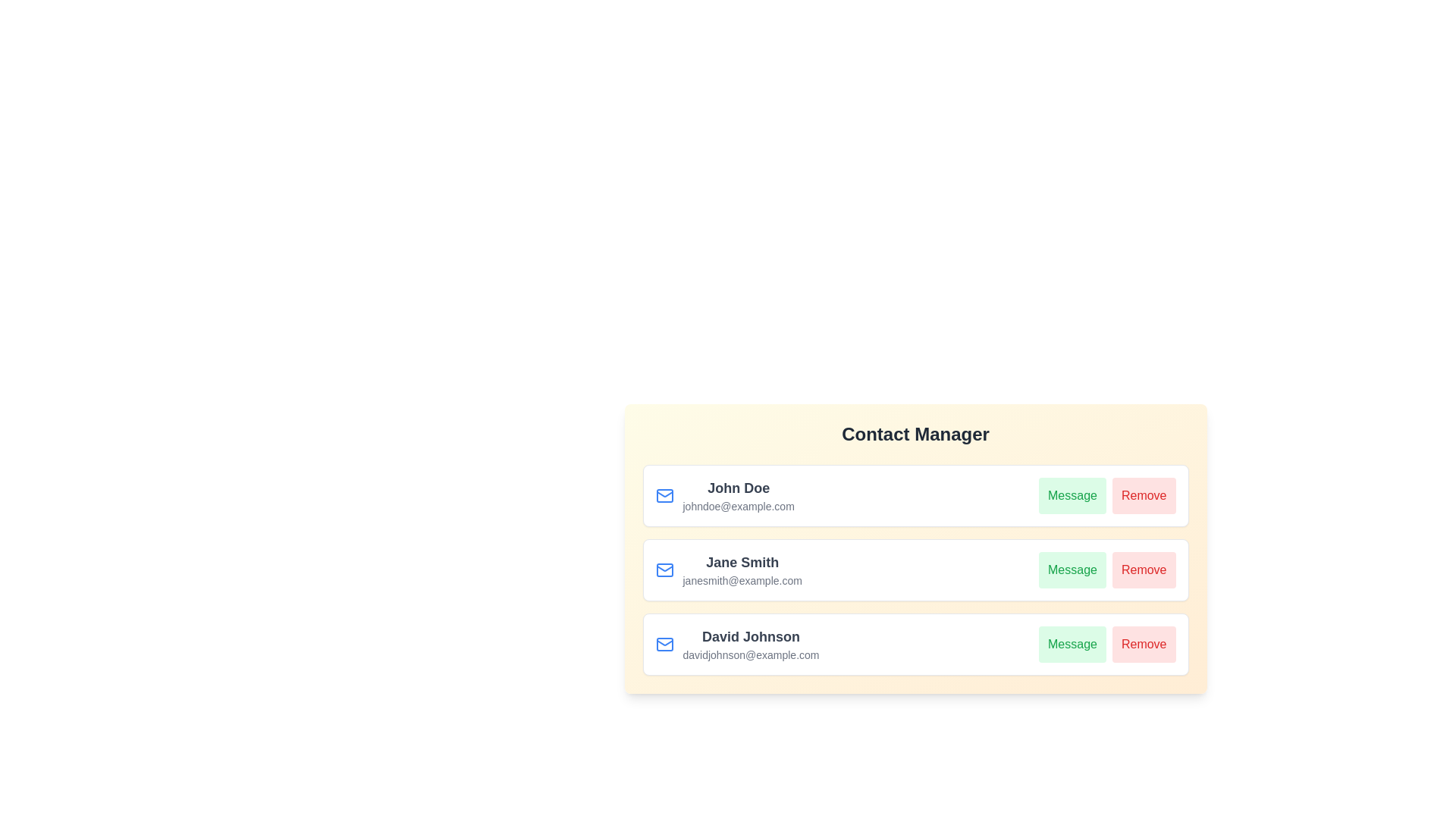  What do you see at coordinates (1144, 496) in the screenshot?
I see `Remove button for the contact John Doe` at bounding box center [1144, 496].